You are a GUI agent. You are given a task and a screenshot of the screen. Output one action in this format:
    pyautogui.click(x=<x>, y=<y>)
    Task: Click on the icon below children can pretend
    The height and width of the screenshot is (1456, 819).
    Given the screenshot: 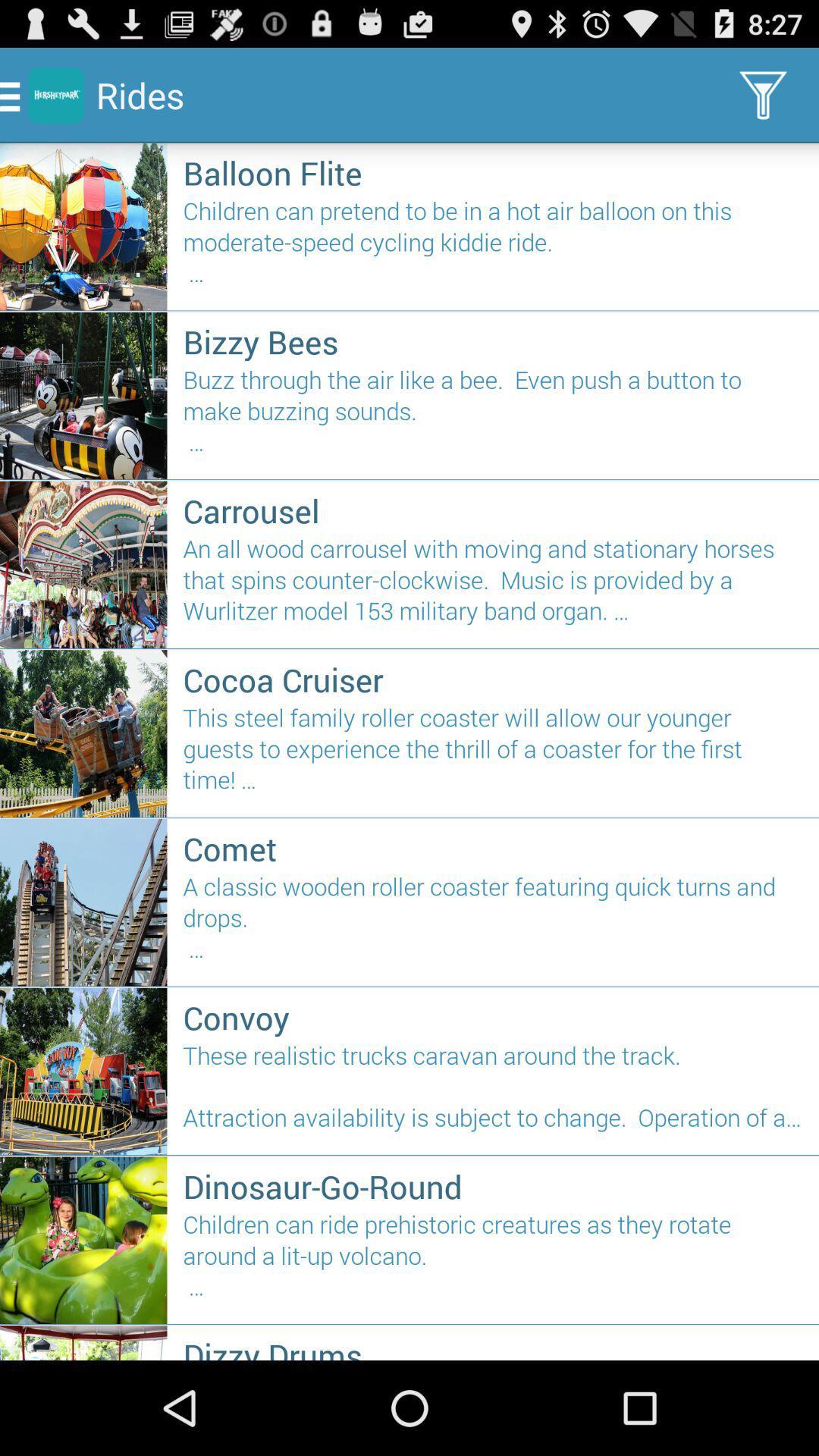 What is the action you would take?
    pyautogui.click(x=493, y=340)
    